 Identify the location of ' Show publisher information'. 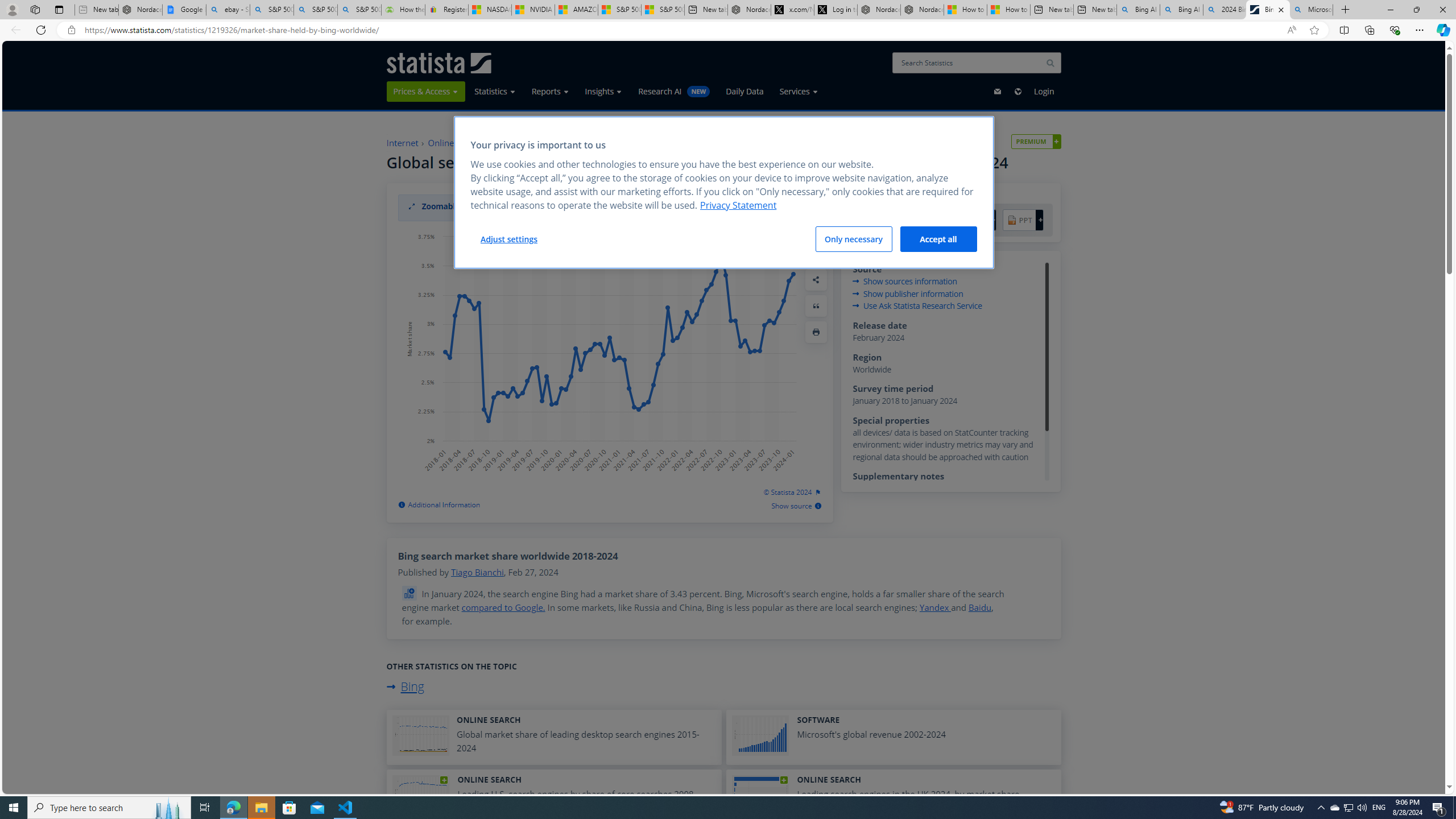
(908, 292).